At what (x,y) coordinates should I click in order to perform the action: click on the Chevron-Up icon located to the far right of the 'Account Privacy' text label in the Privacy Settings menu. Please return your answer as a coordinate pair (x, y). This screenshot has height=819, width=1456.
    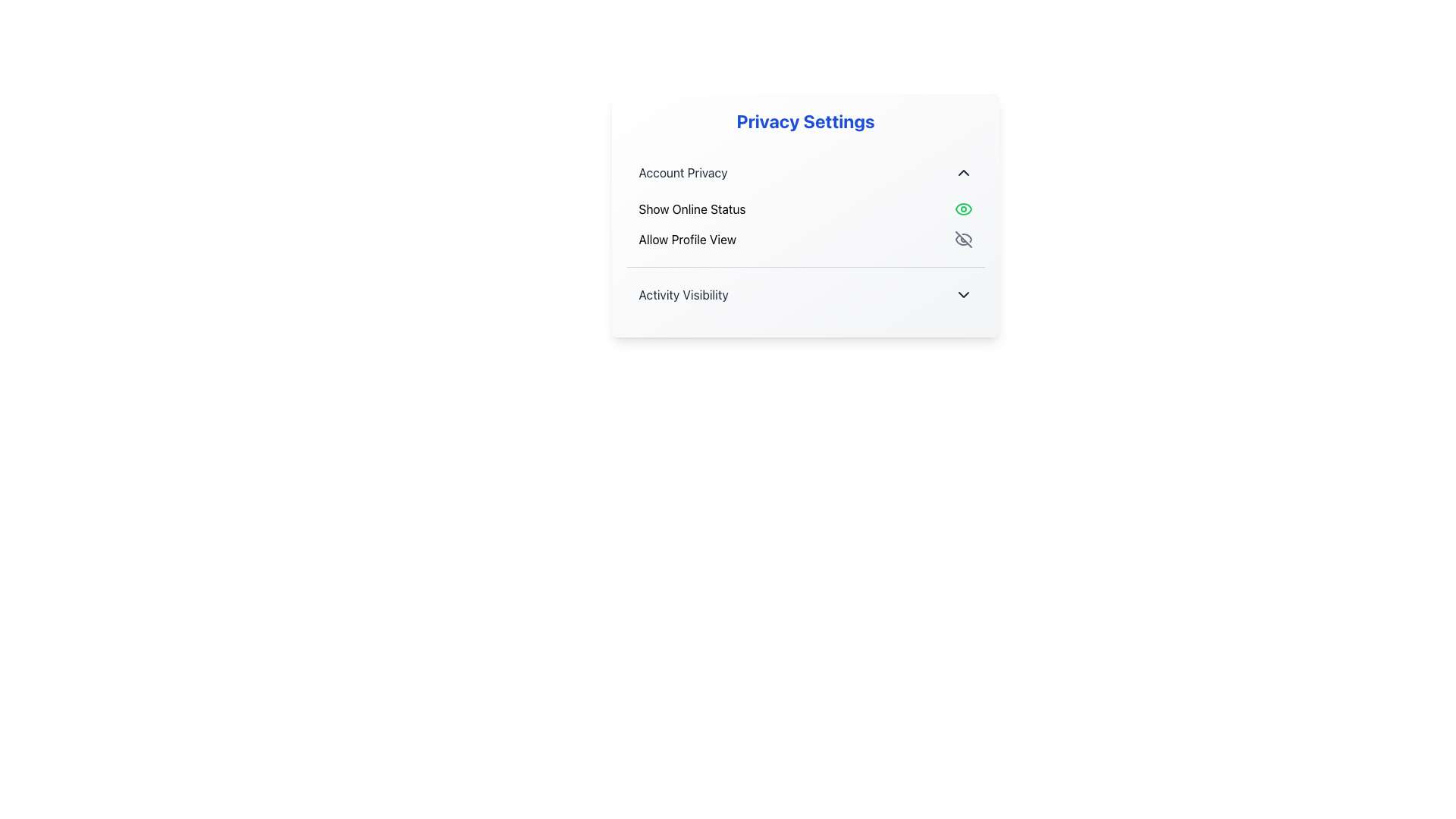
    Looking at the image, I should click on (962, 171).